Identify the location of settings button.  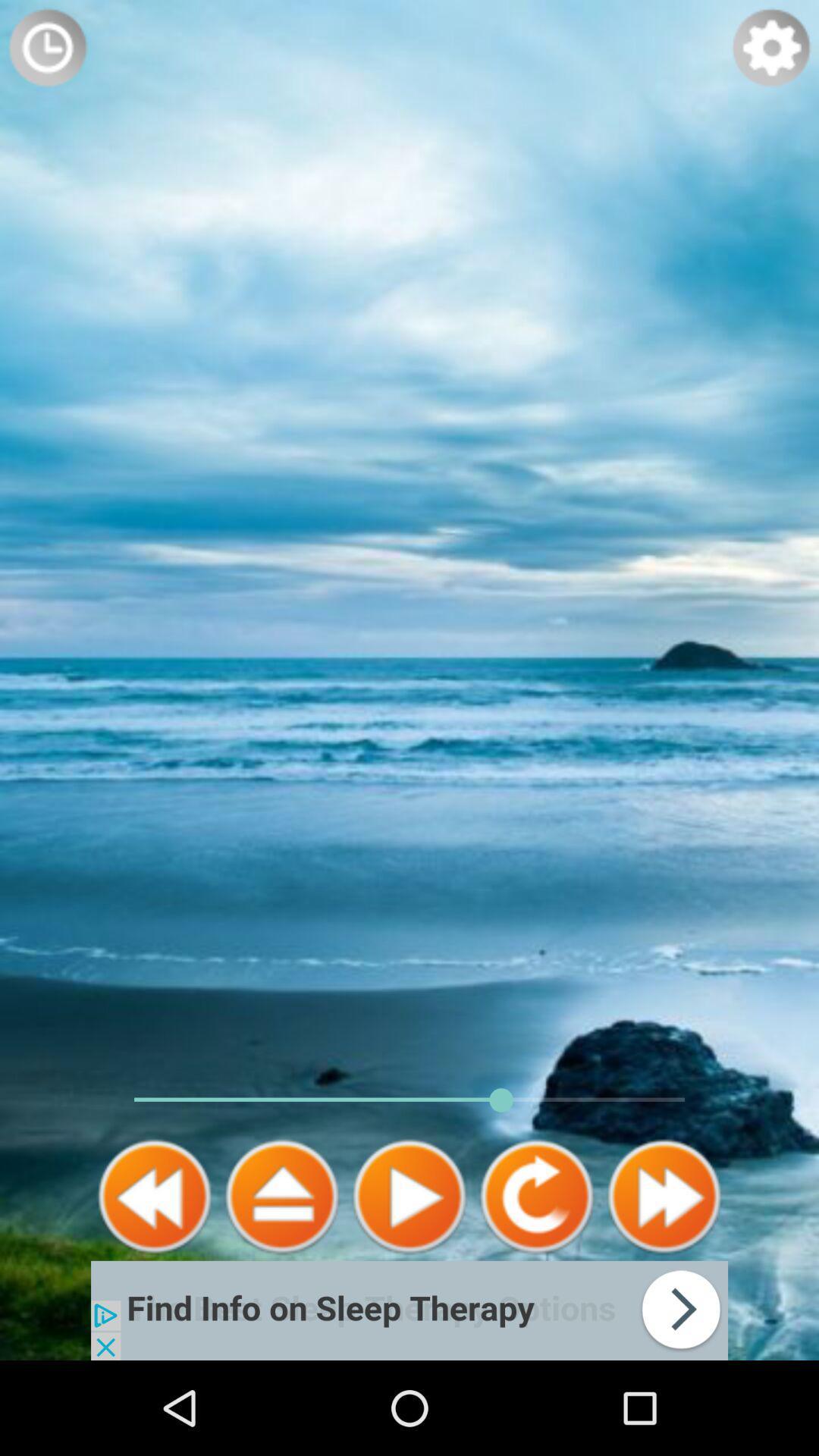
(771, 47).